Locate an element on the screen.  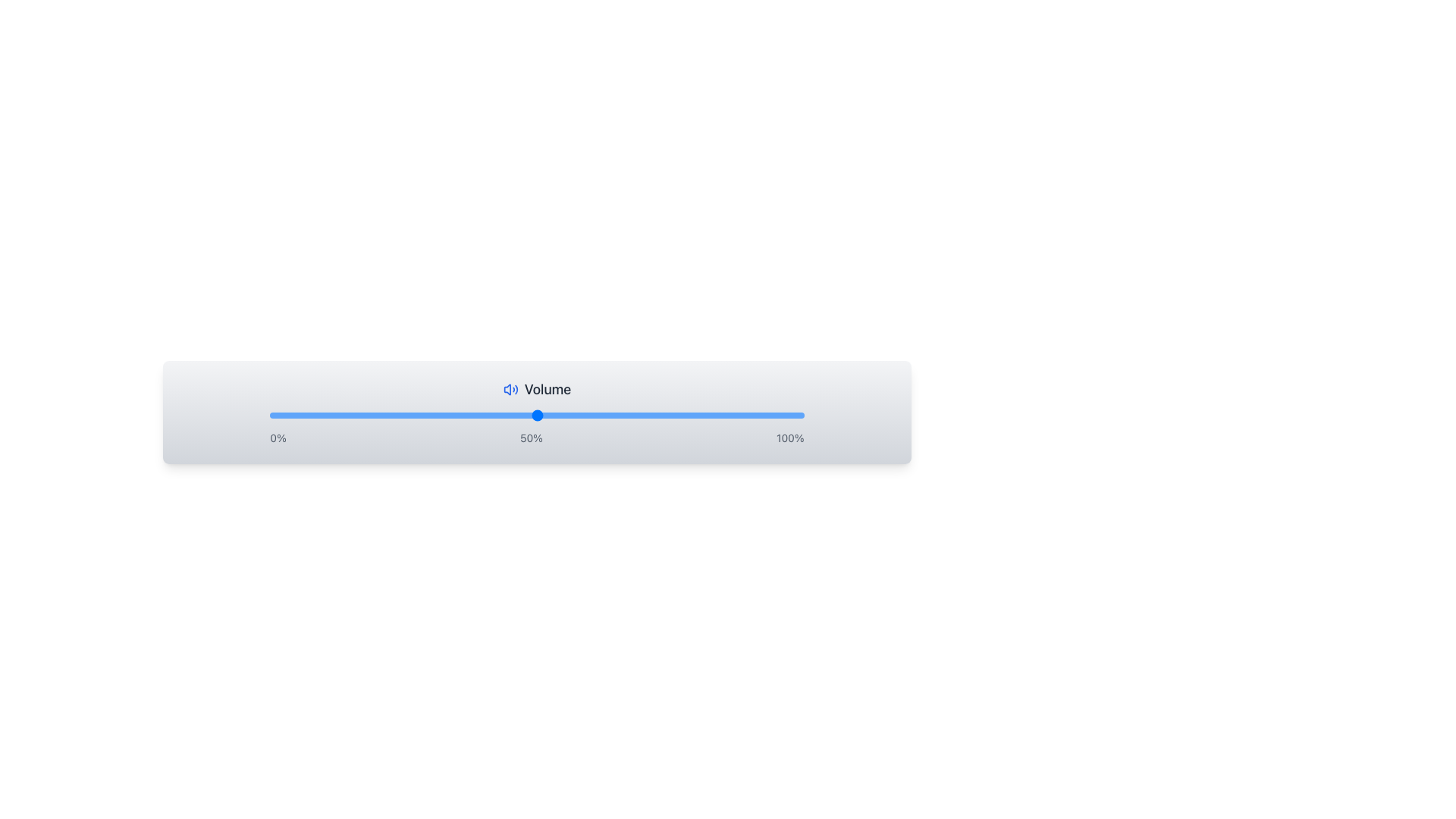
the volume is located at coordinates (707, 415).